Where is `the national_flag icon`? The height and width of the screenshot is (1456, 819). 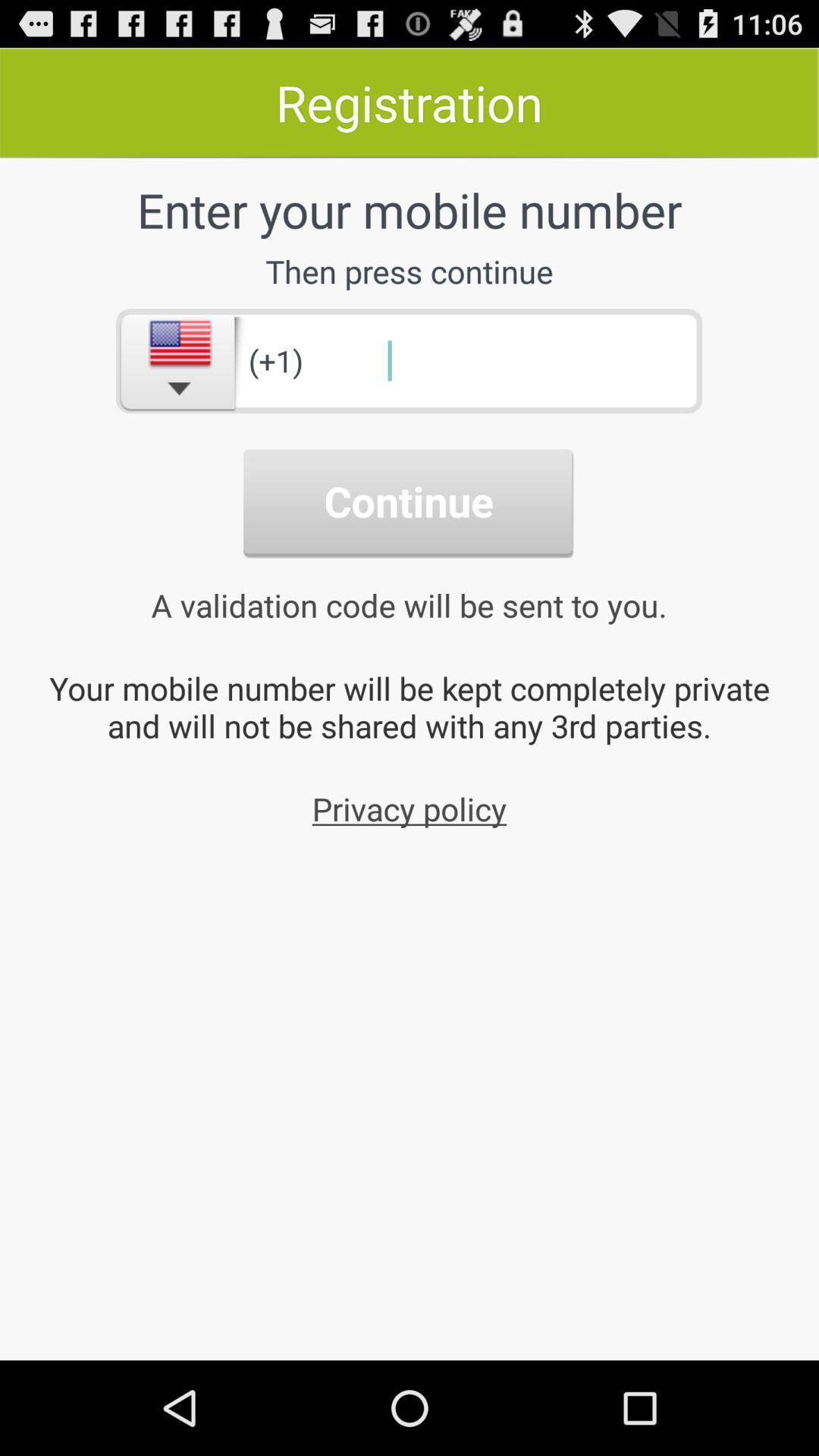
the national_flag icon is located at coordinates (184, 370).